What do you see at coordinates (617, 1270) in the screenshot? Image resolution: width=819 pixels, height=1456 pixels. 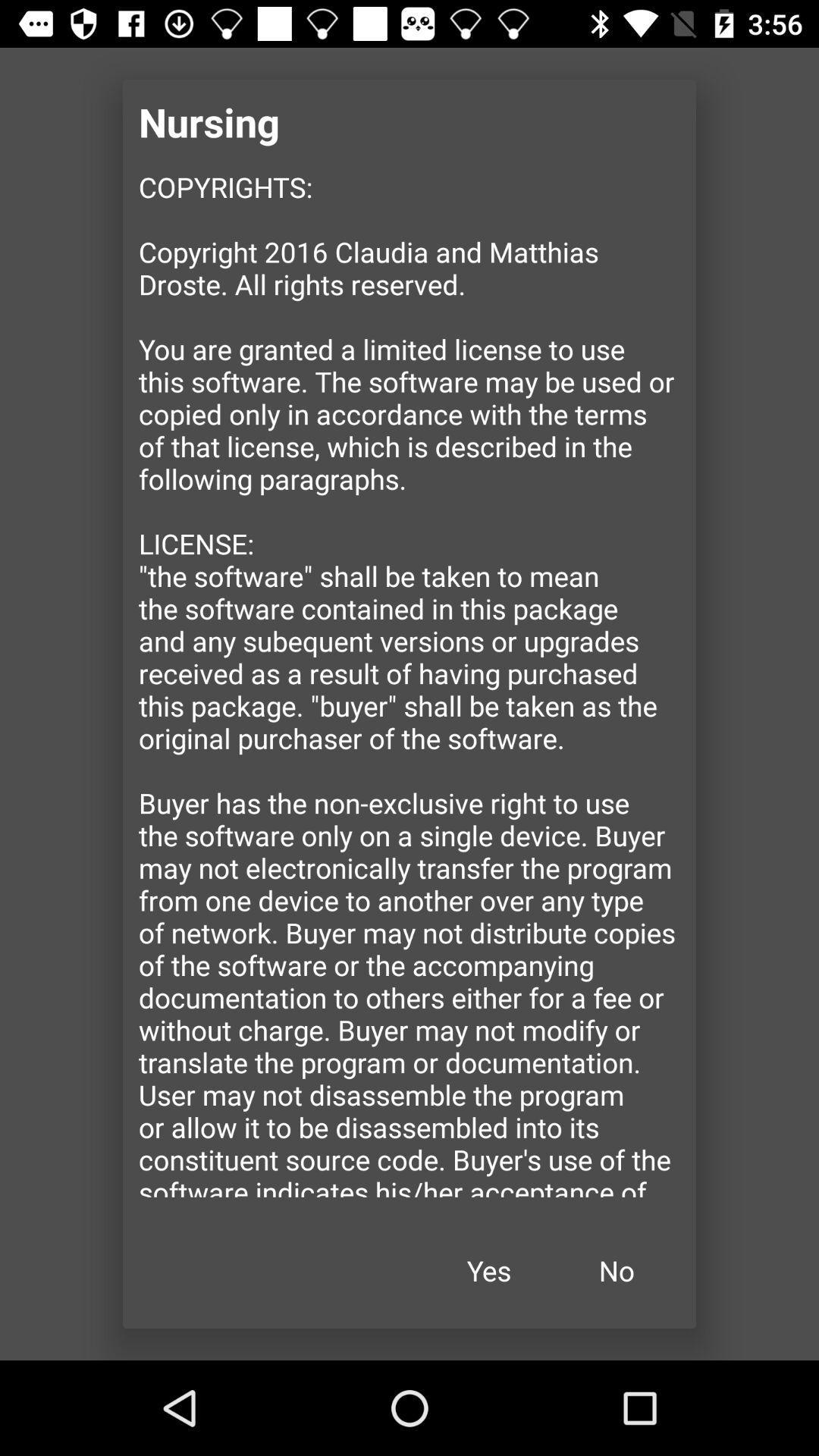 I see `the icon at the bottom right corner` at bounding box center [617, 1270].